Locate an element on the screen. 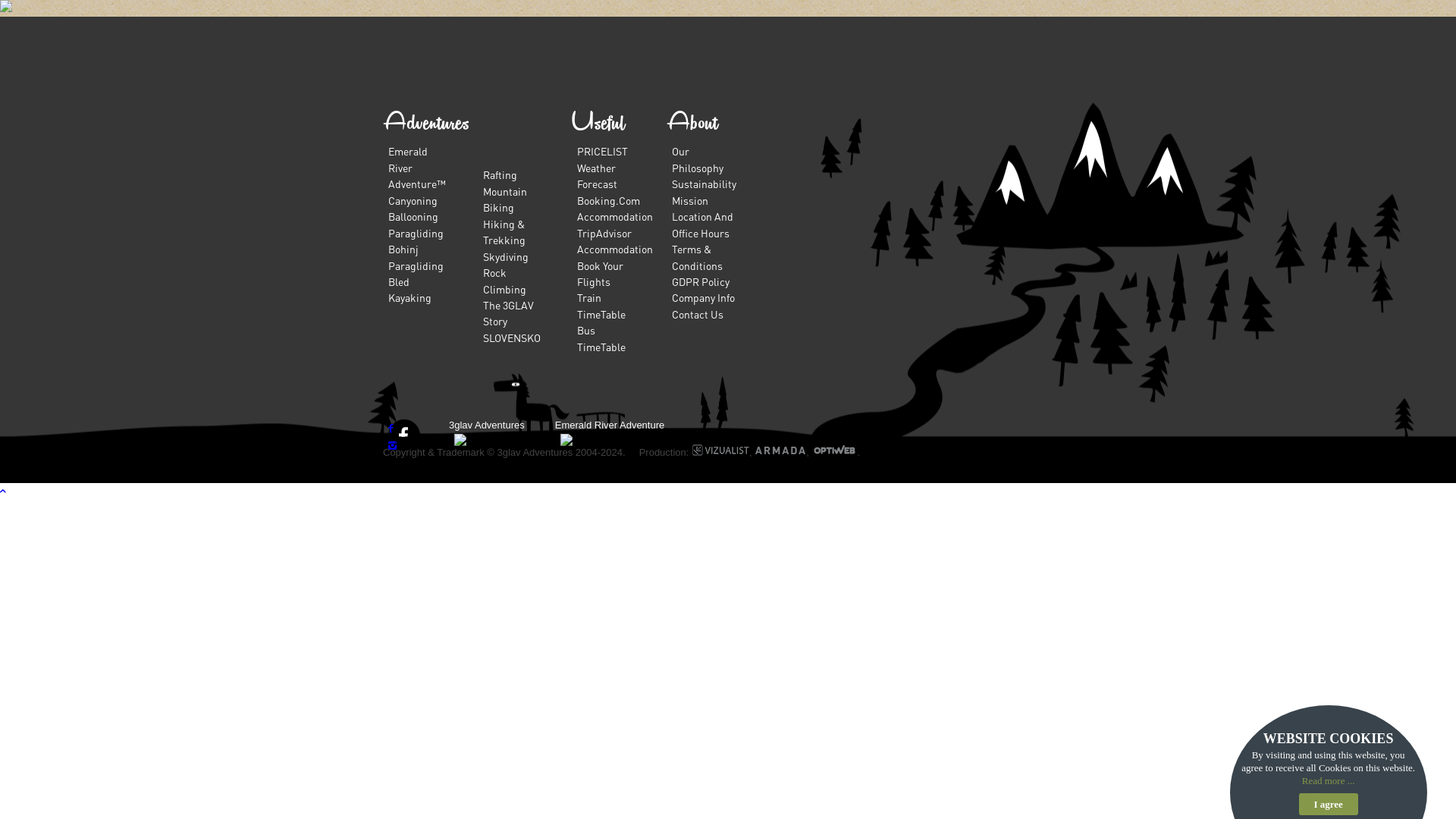 Image resolution: width=1456 pixels, height=819 pixels. 'Kayaking' is located at coordinates (409, 297).